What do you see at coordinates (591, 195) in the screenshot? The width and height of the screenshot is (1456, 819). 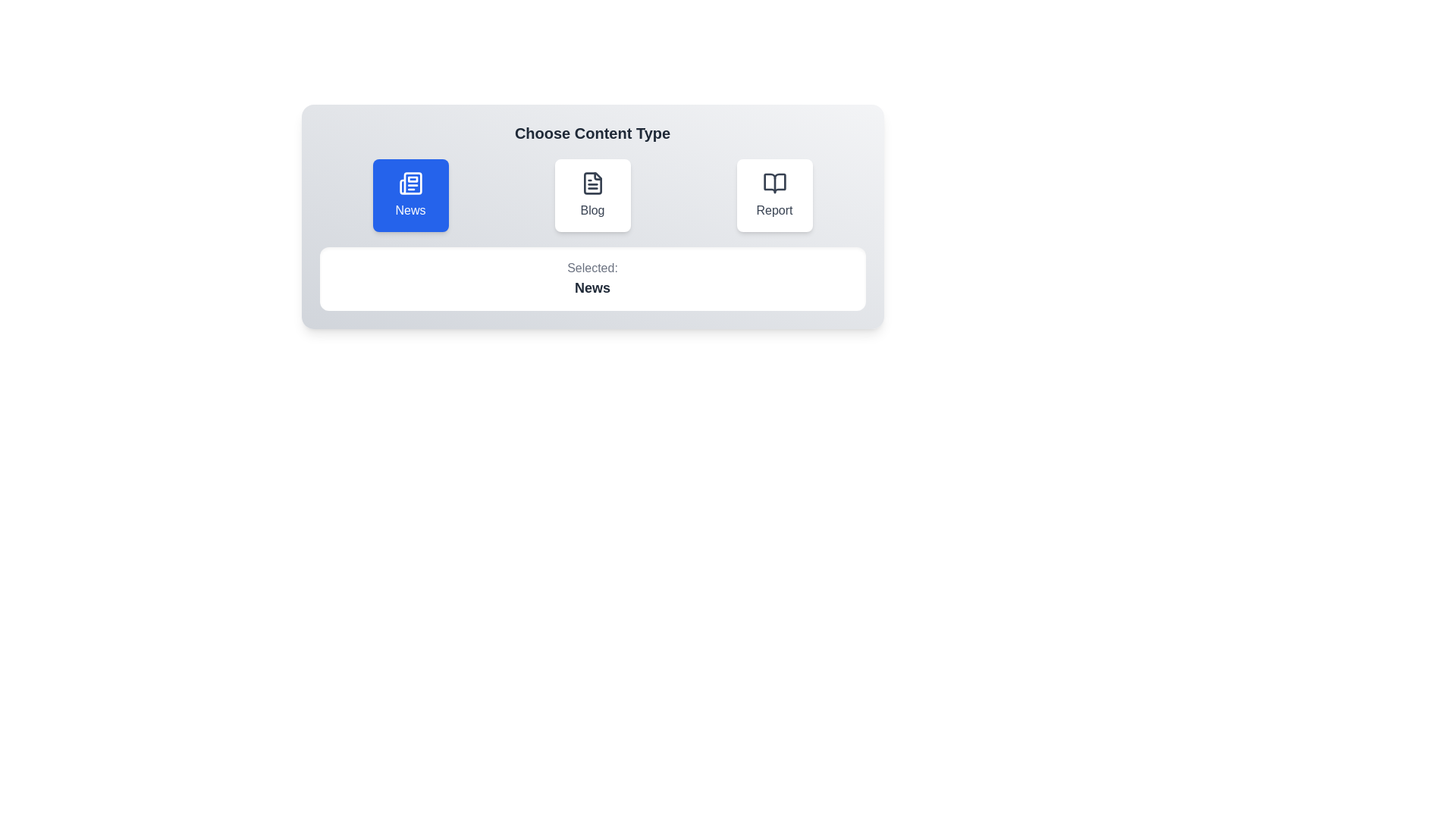 I see `the Blog button to observe its hover effect` at bounding box center [591, 195].